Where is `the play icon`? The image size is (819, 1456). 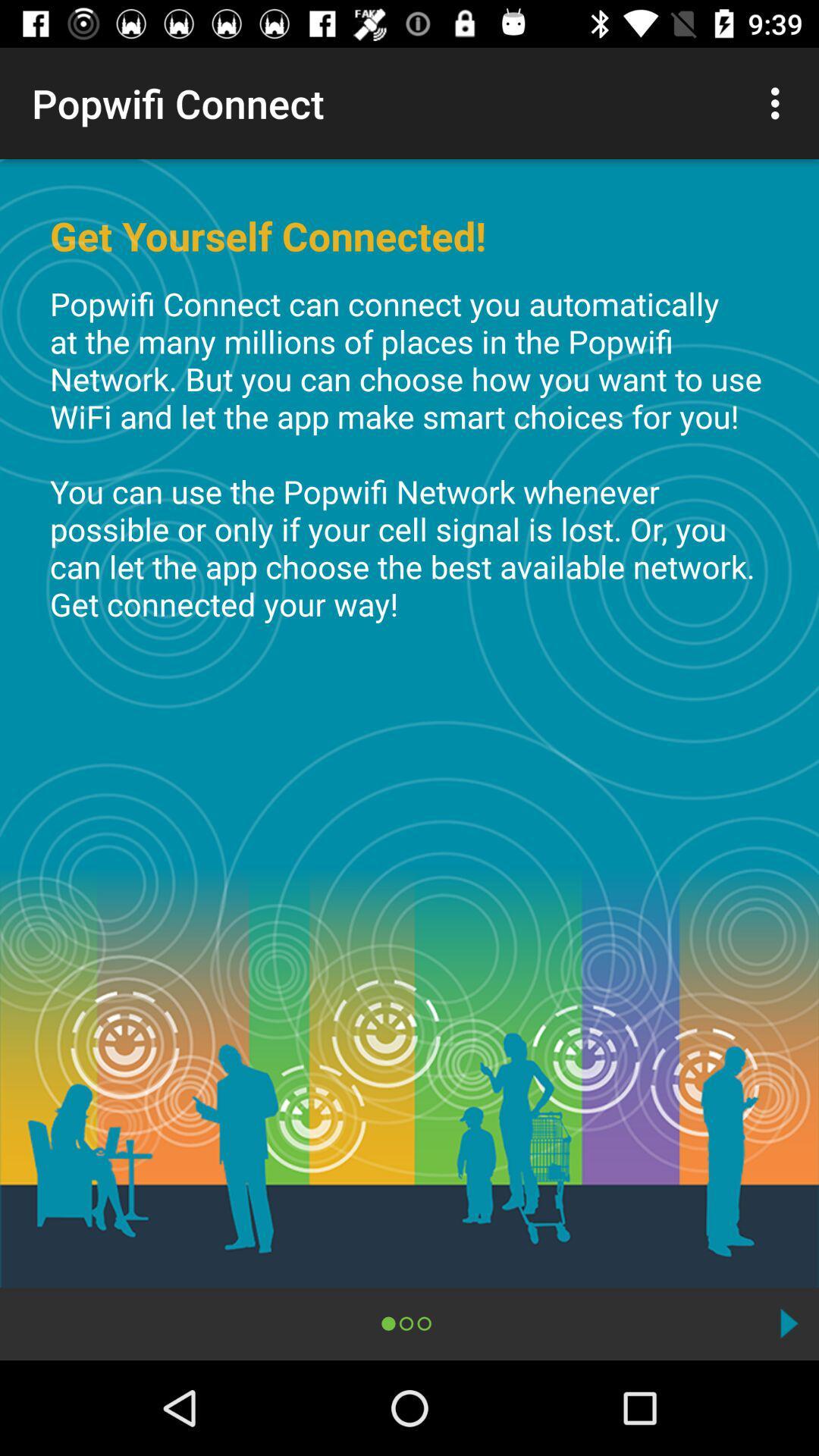
the play icon is located at coordinates (788, 1323).